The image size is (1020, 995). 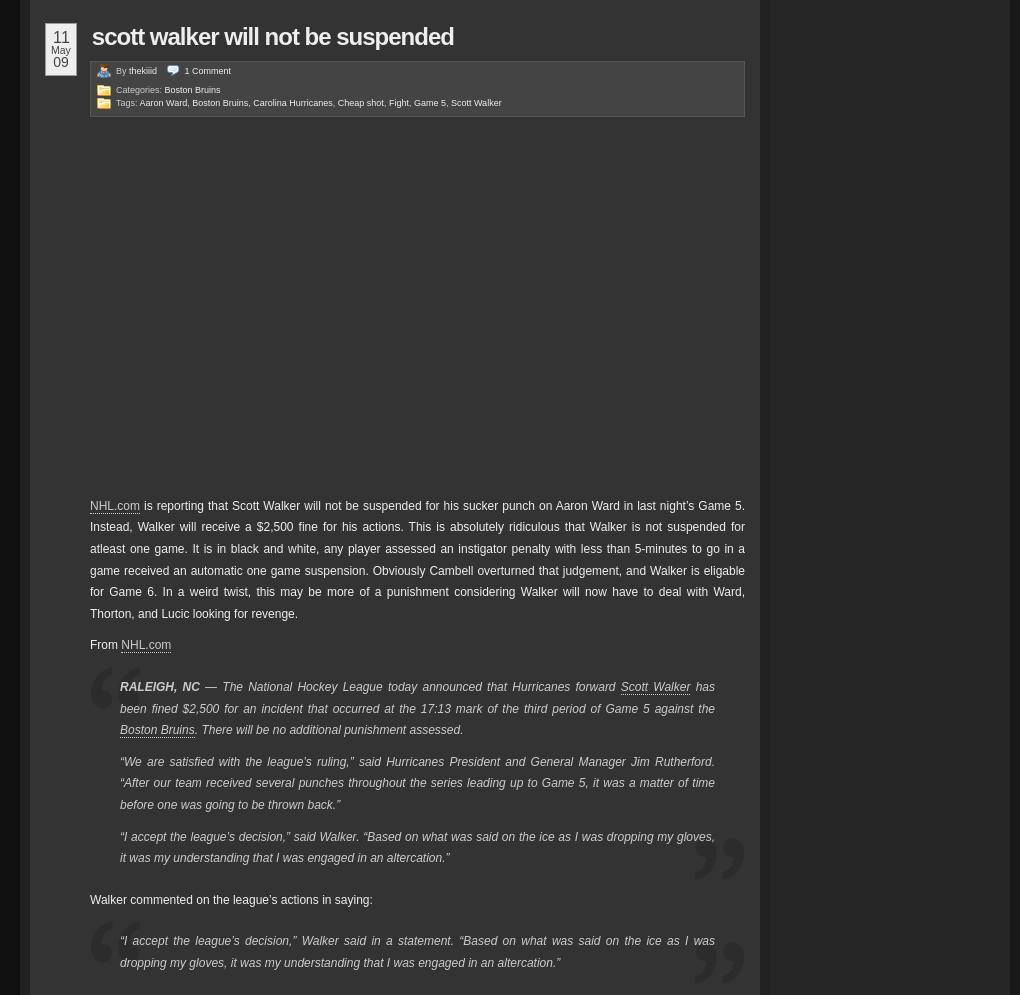 I want to click on 'Fight', so click(x=398, y=102).